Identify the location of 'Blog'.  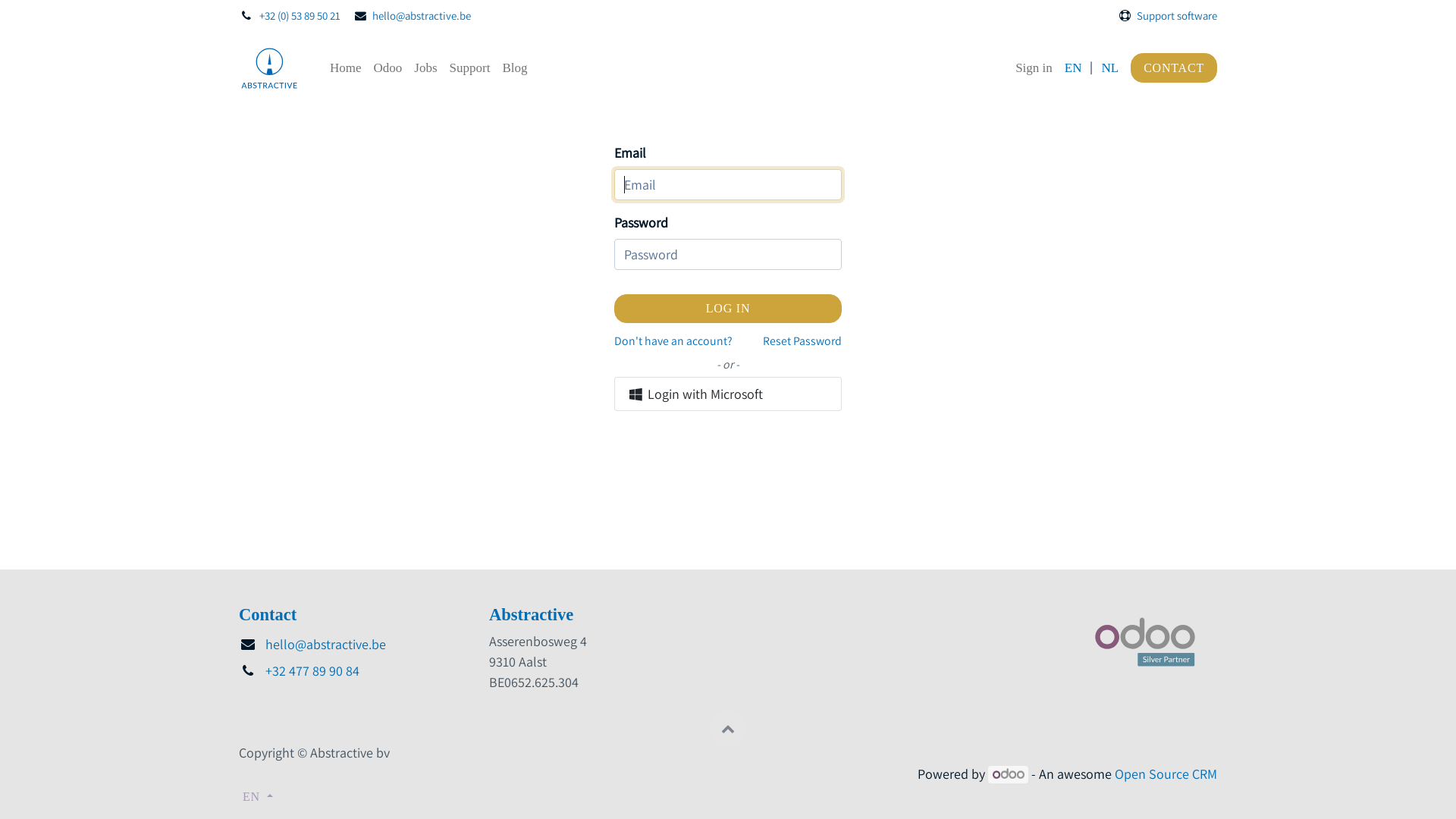
(514, 67).